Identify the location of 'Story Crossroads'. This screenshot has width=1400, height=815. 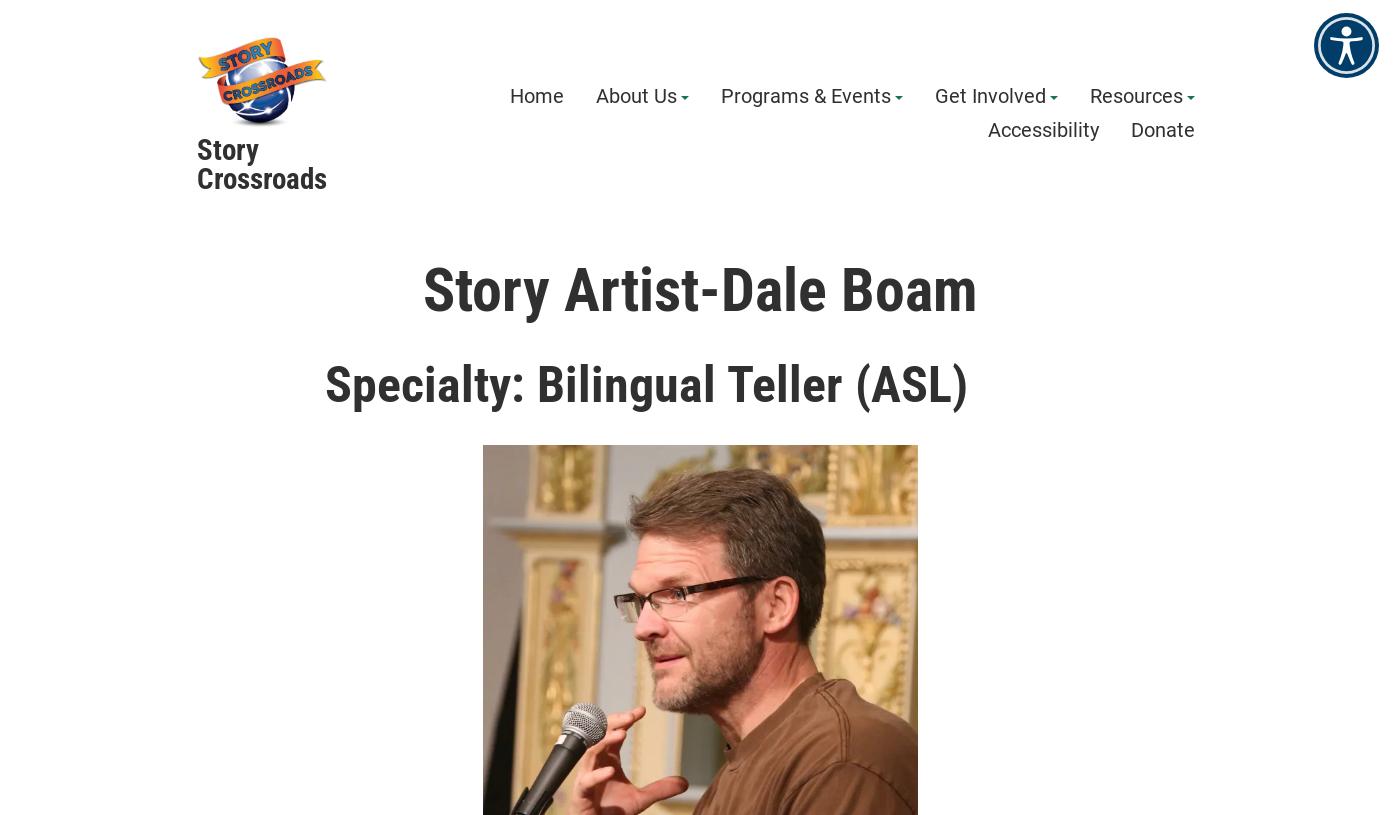
(196, 163).